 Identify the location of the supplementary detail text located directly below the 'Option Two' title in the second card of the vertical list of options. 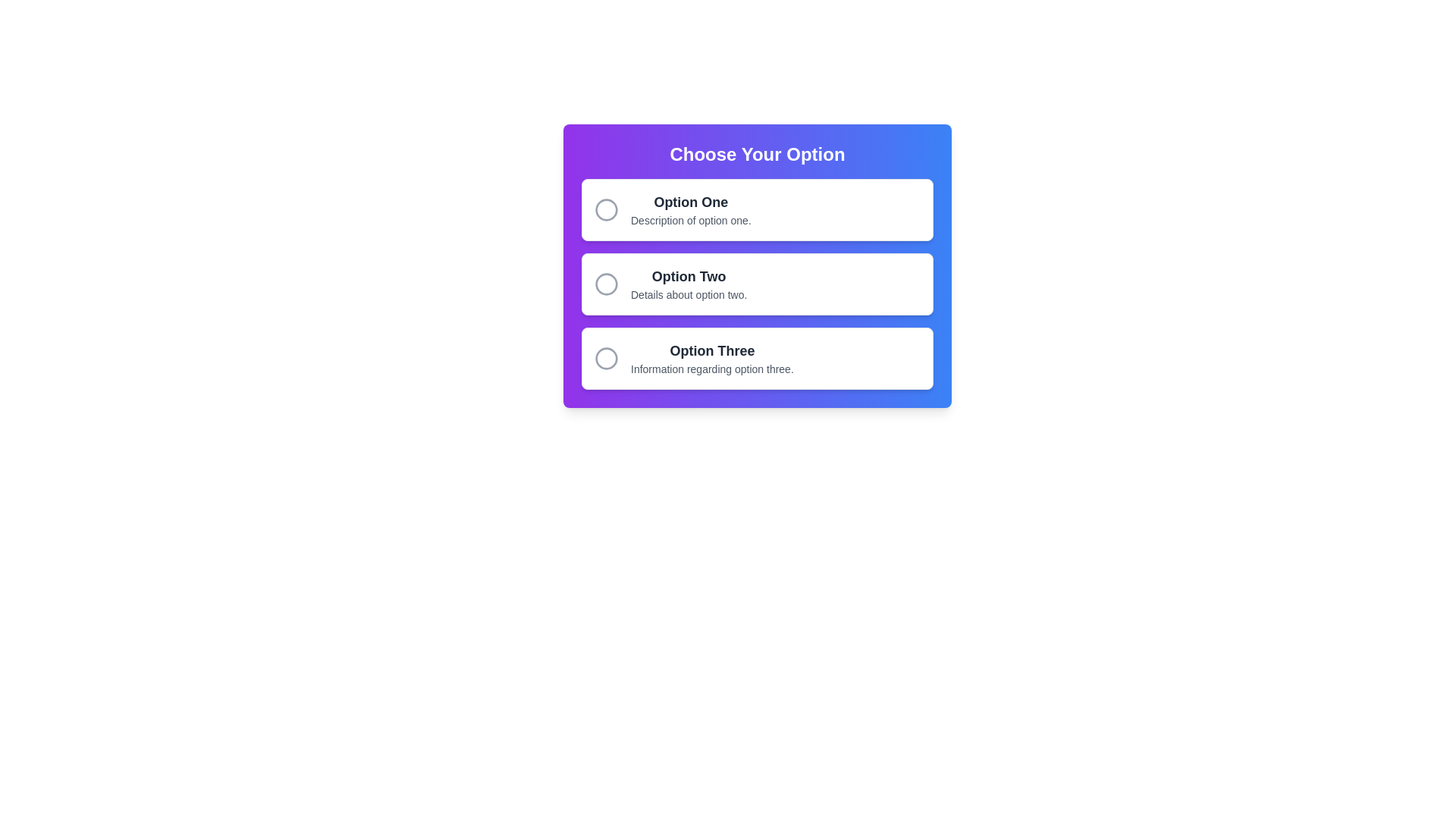
(688, 295).